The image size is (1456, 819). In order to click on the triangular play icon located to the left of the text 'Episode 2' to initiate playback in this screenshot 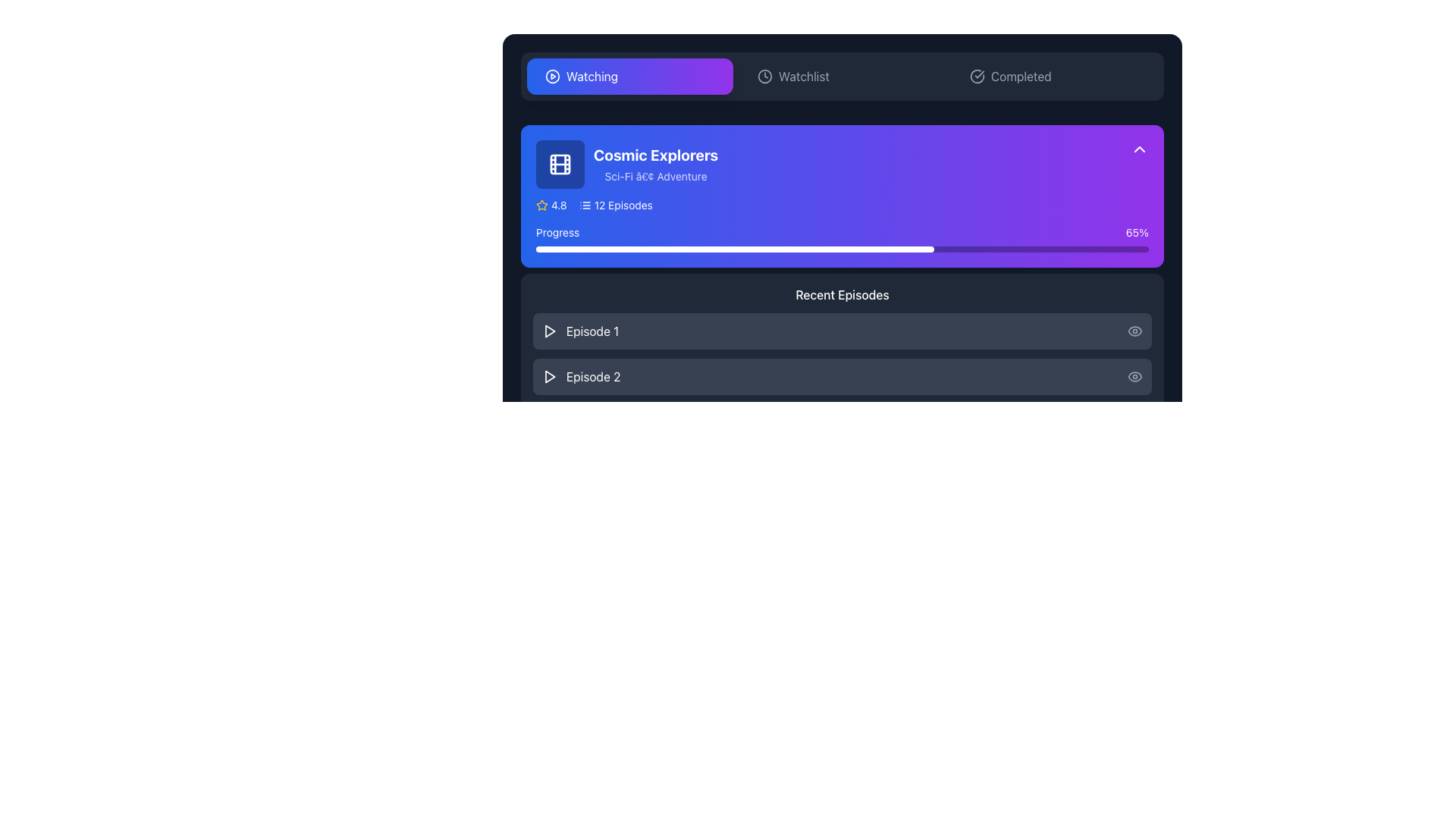, I will do `click(548, 376)`.